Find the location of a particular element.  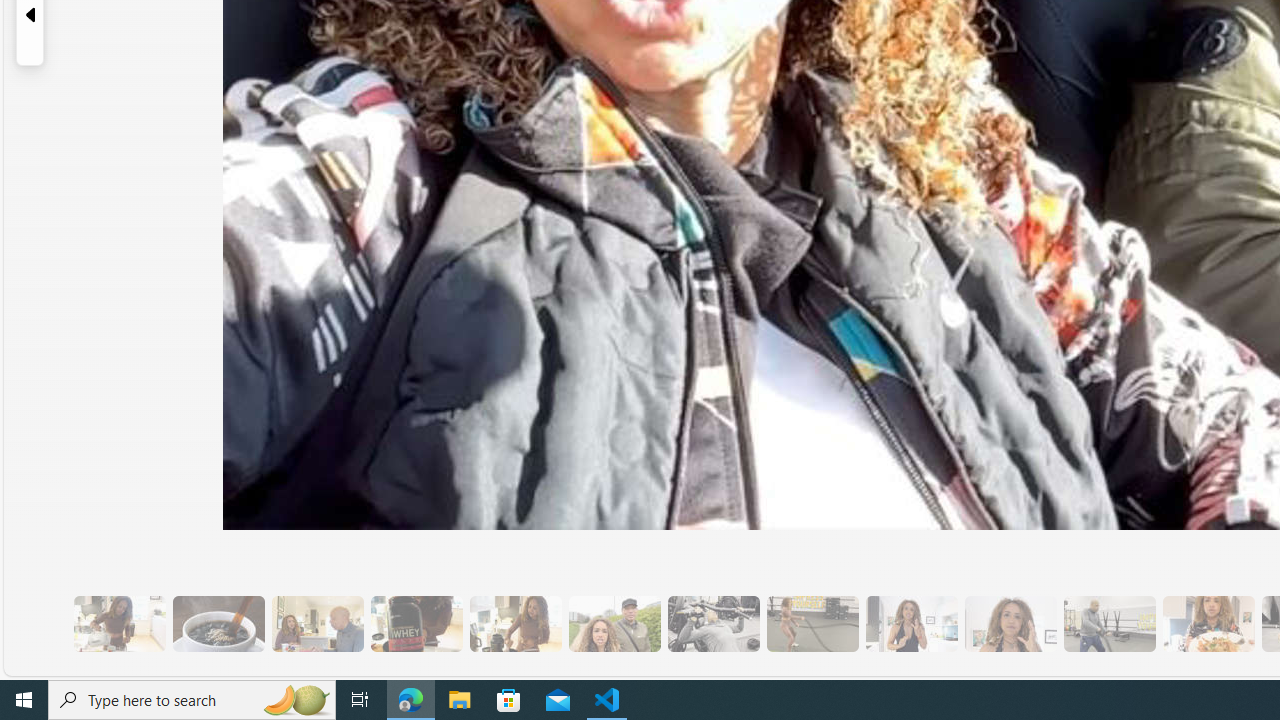

'6 Since Eating More Protein Her Training Has Improved' is located at coordinates (415, 623).